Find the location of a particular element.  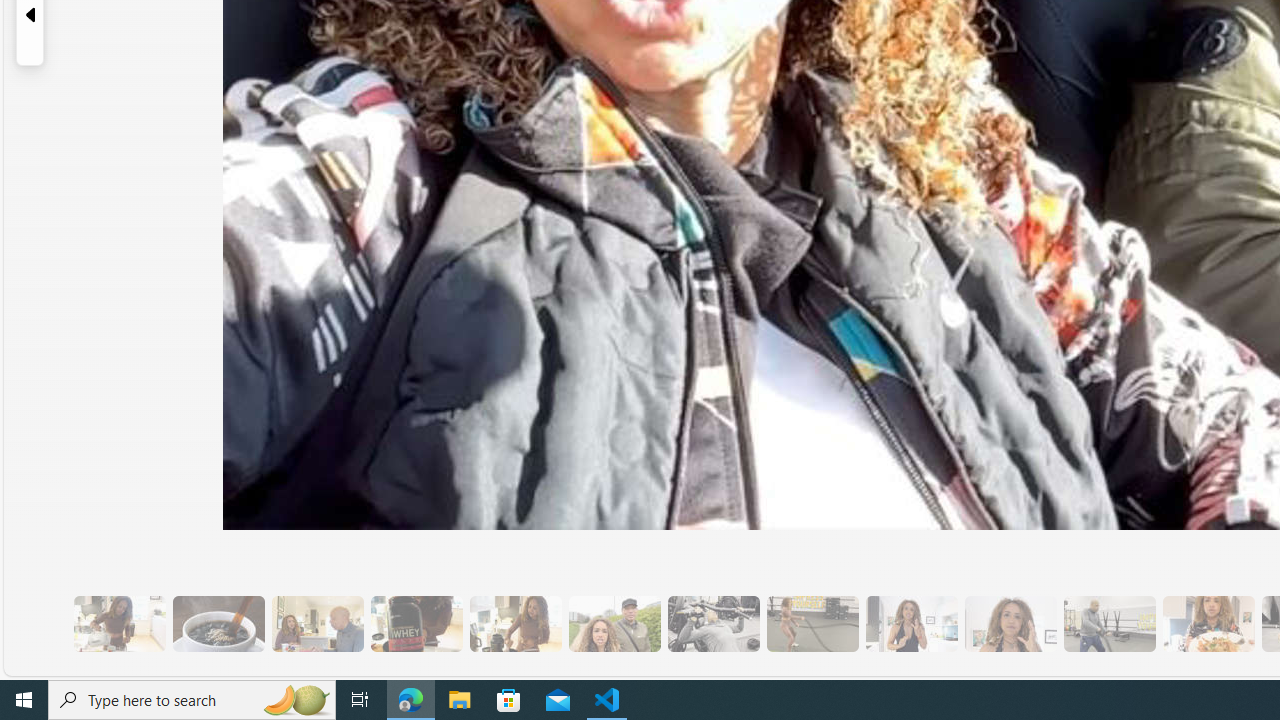

'6 Since Eating More Protein Her Training Has Improved' is located at coordinates (415, 623).